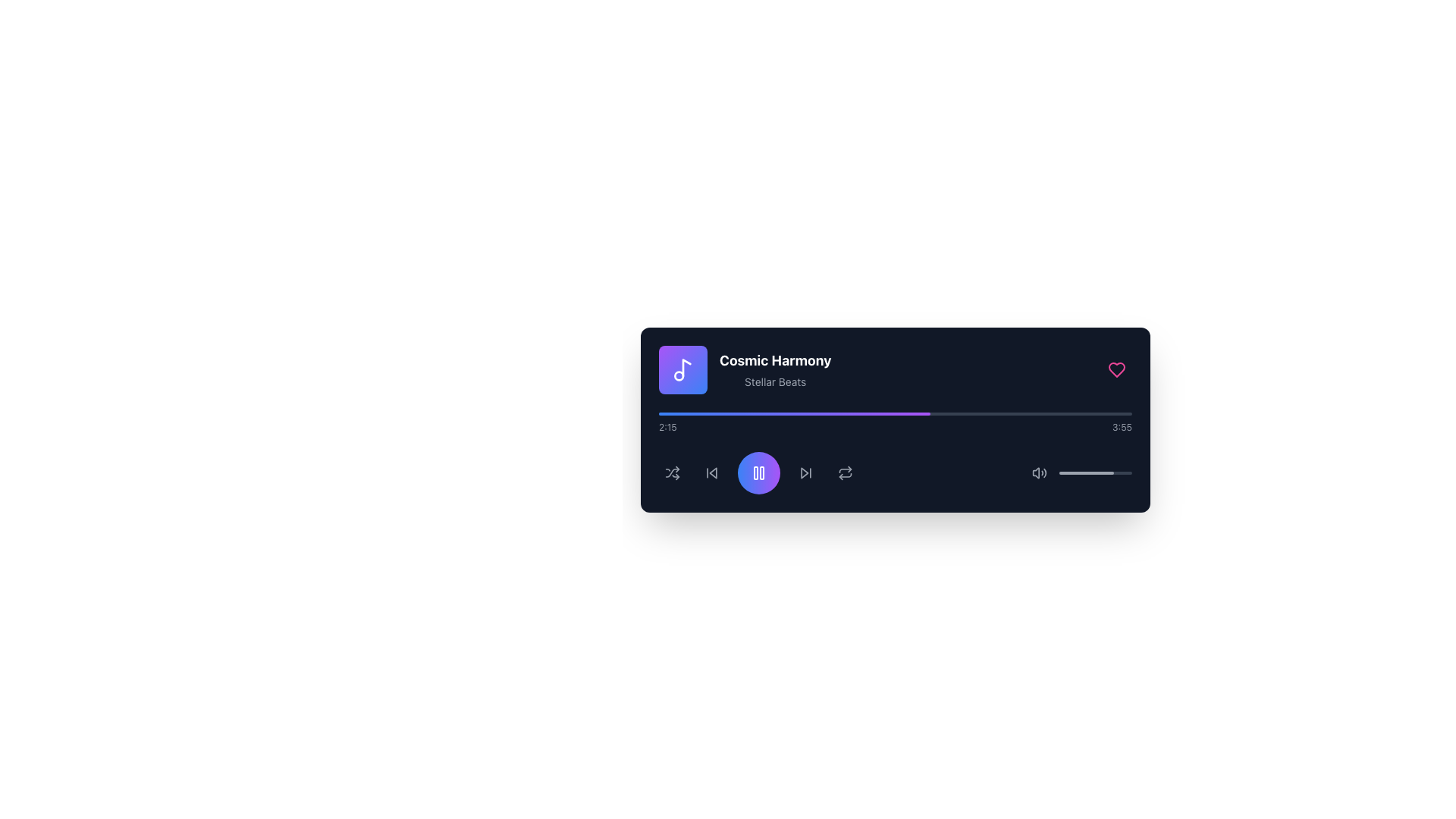 This screenshot has height=819, width=1456. Describe the element at coordinates (775, 370) in the screenshot. I see `text display element that shows 'Cosmic Harmony' in bold white text and 'Stellar Beats' below it, located on the right side of a square music icon` at that location.